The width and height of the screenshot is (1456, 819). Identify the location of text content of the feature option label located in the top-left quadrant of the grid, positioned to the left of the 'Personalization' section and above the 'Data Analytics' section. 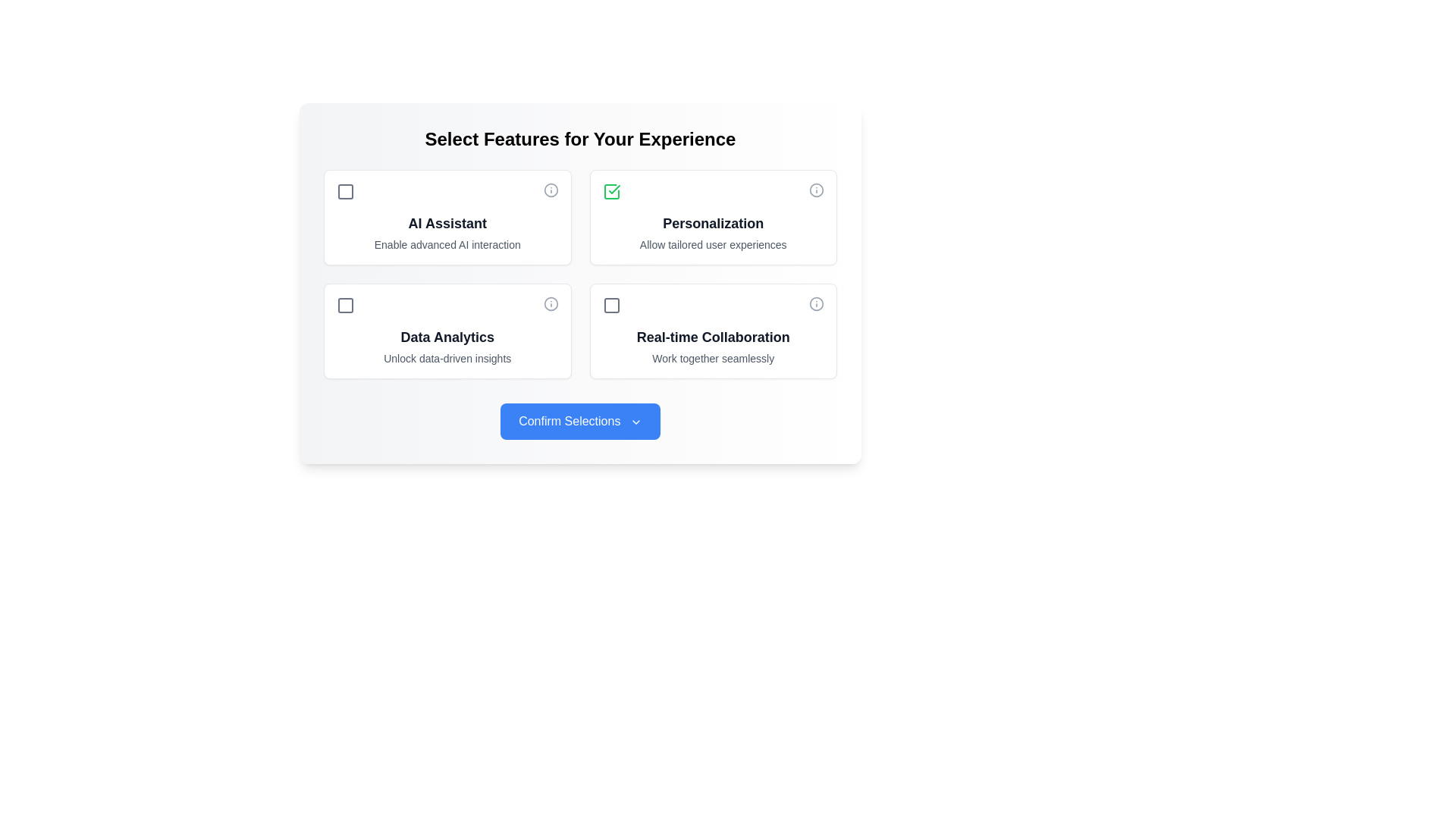
(447, 233).